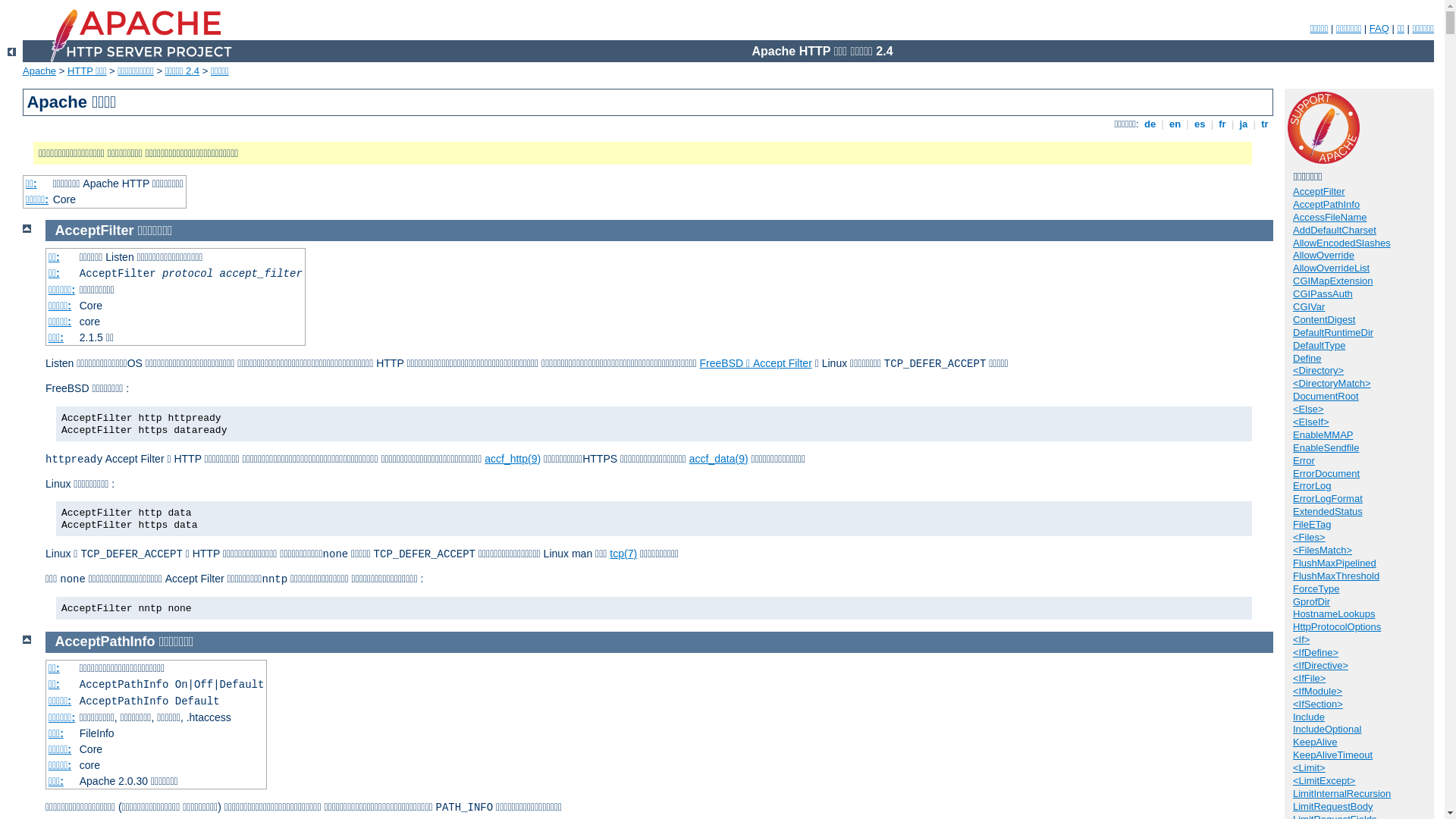 The width and height of the screenshot is (1456, 819). What do you see at coordinates (1327, 511) in the screenshot?
I see `'ExtendedStatus'` at bounding box center [1327, 511].